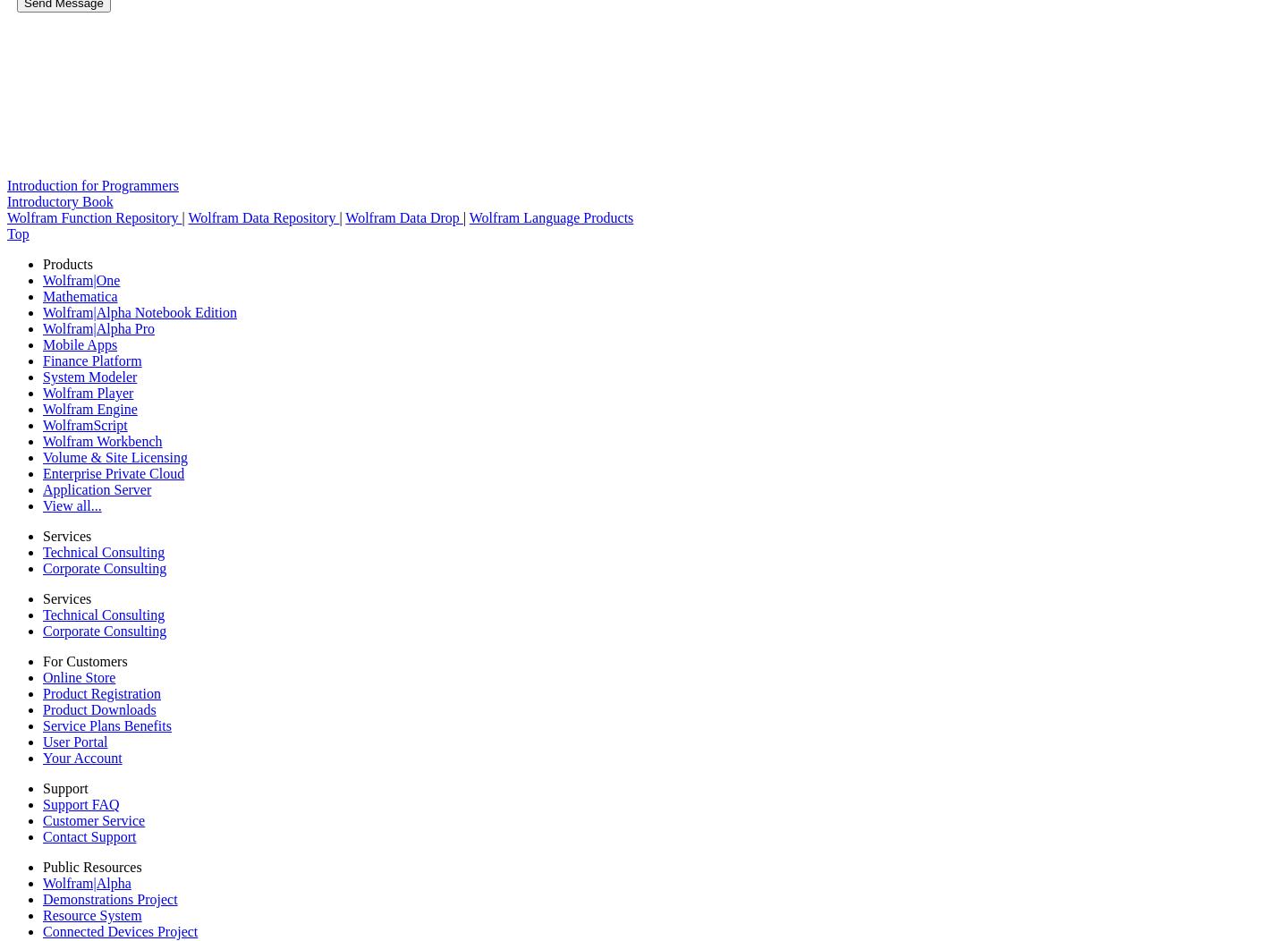  What do you see at coordinates (59, 200) in the screenshot?
I see `'Introductory Book'` at bounding box center [59, 200].